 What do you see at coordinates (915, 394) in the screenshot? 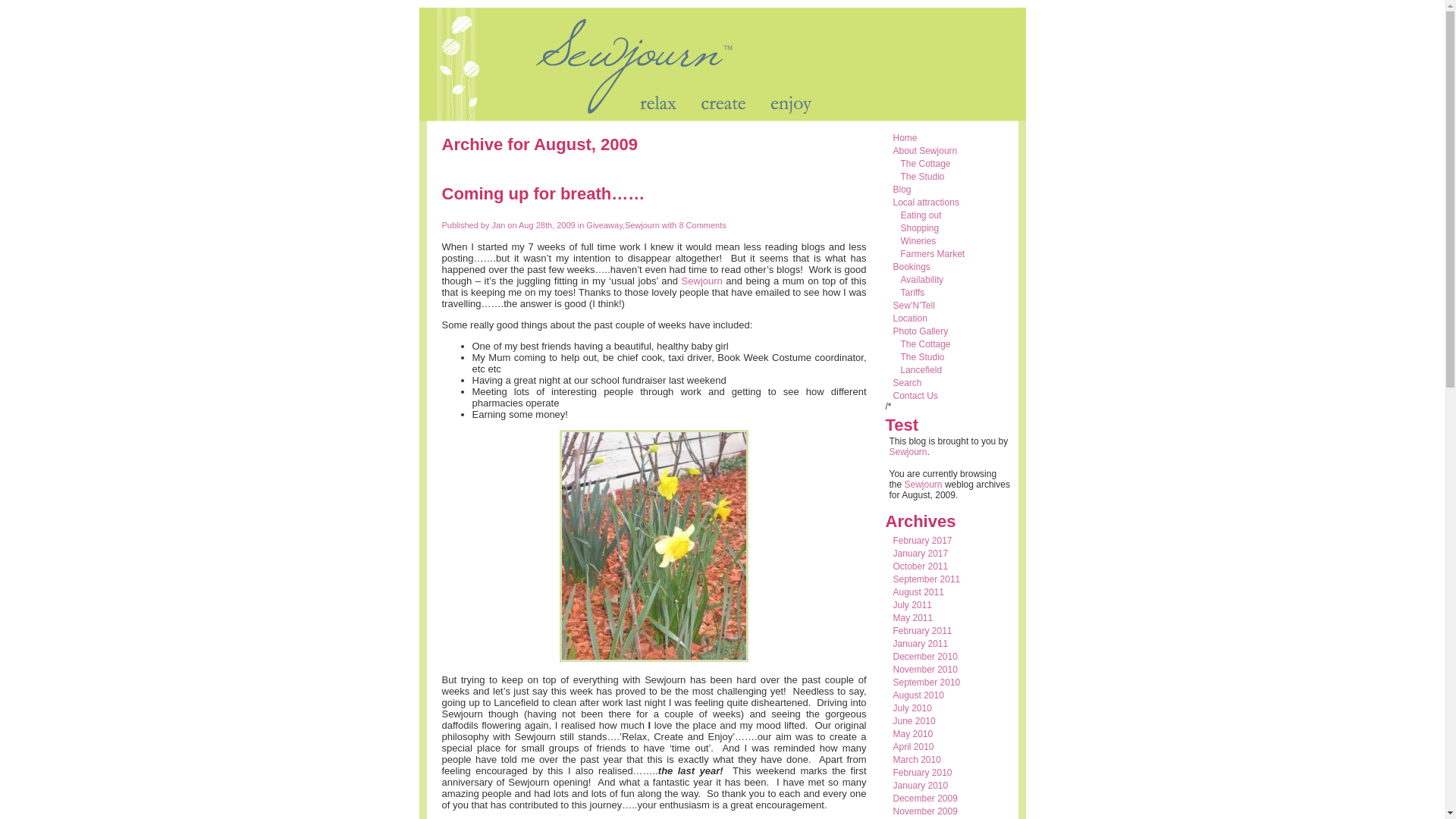
I see `'Contact Us'` at bounding box center [915, 394].